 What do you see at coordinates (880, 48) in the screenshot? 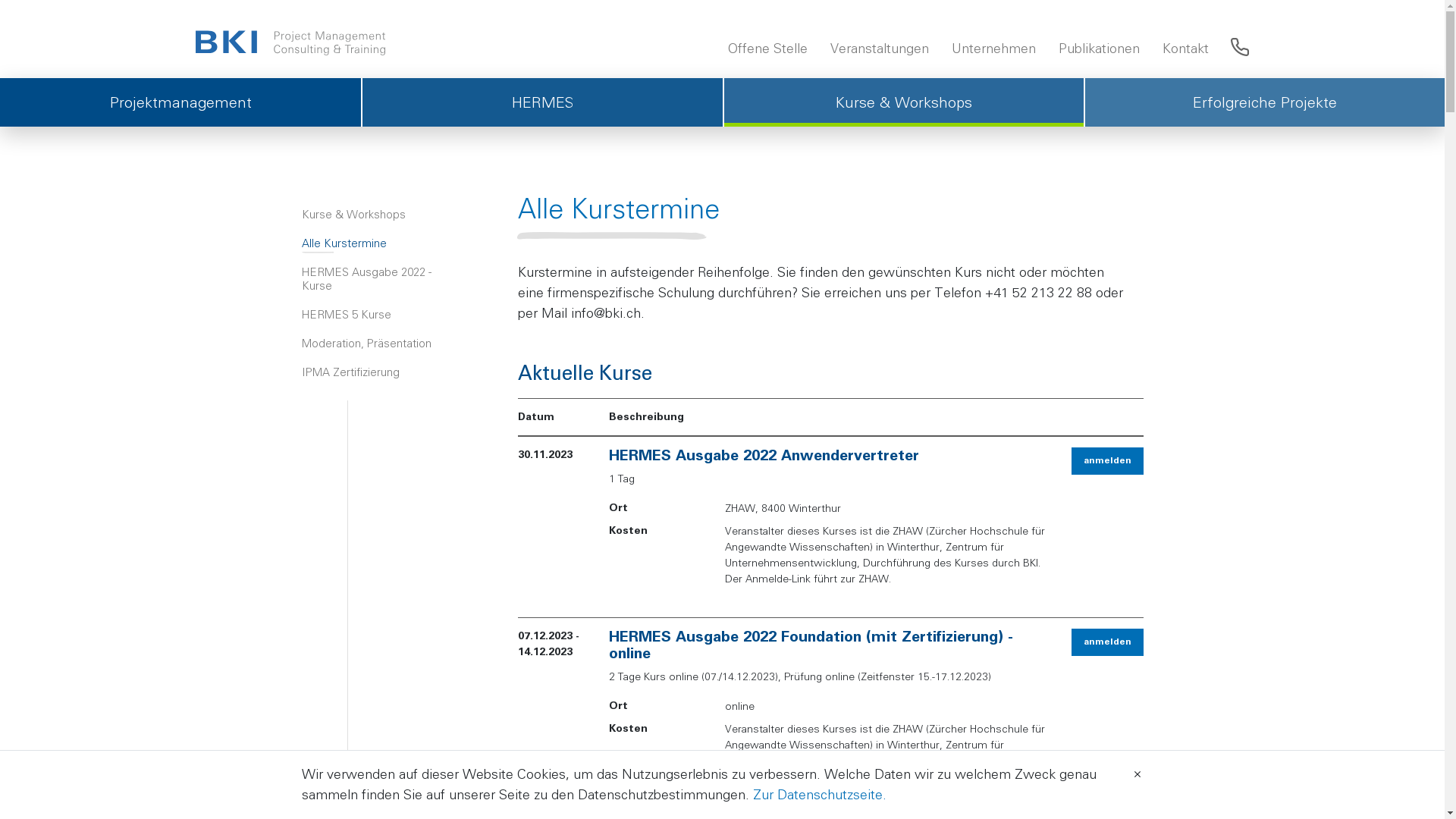
I see `'Veranstaltungen'` at bounding box center [880, 48].